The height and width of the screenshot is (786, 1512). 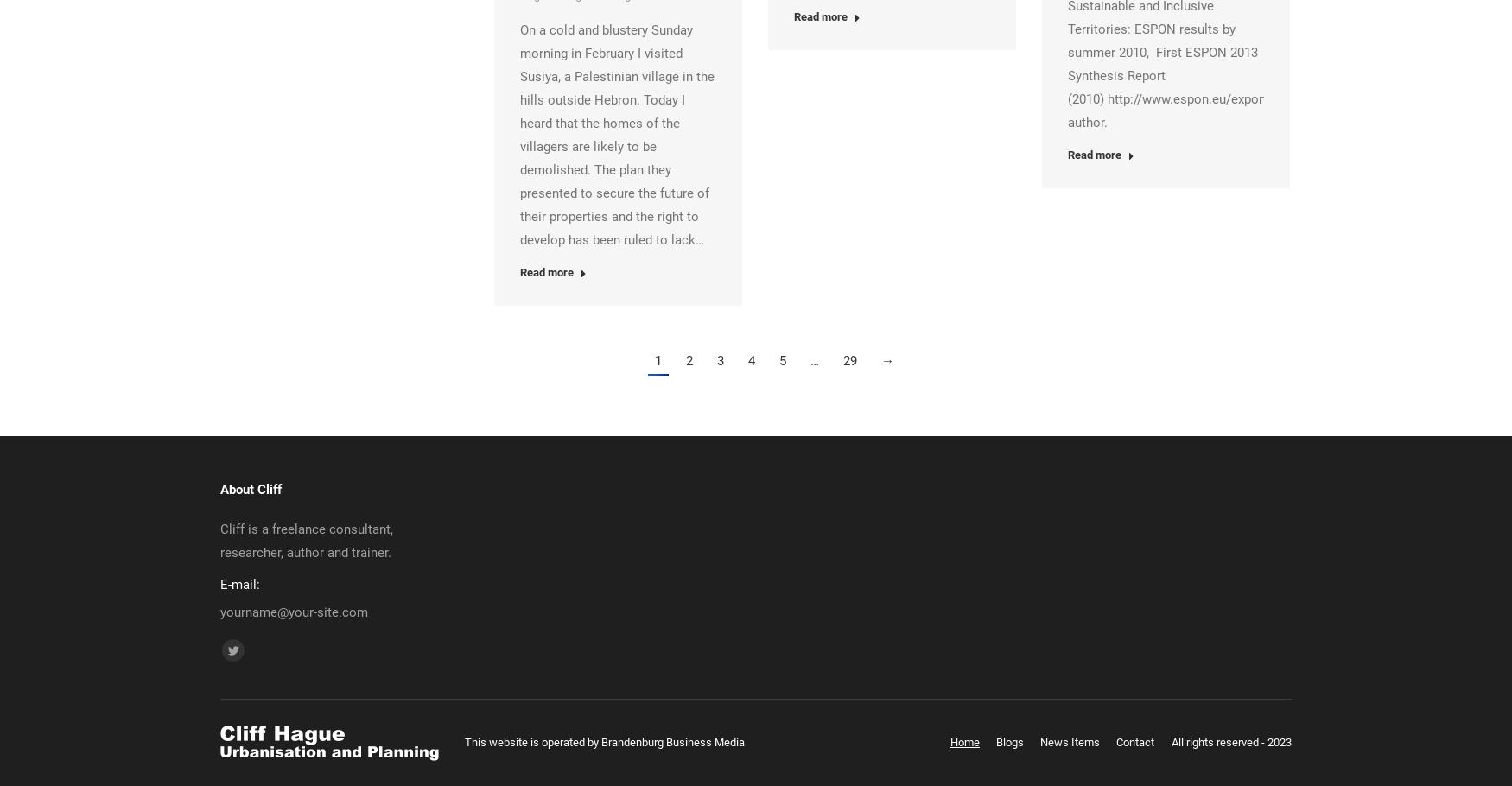 I want to click on '2', so click(x=689, y=358).